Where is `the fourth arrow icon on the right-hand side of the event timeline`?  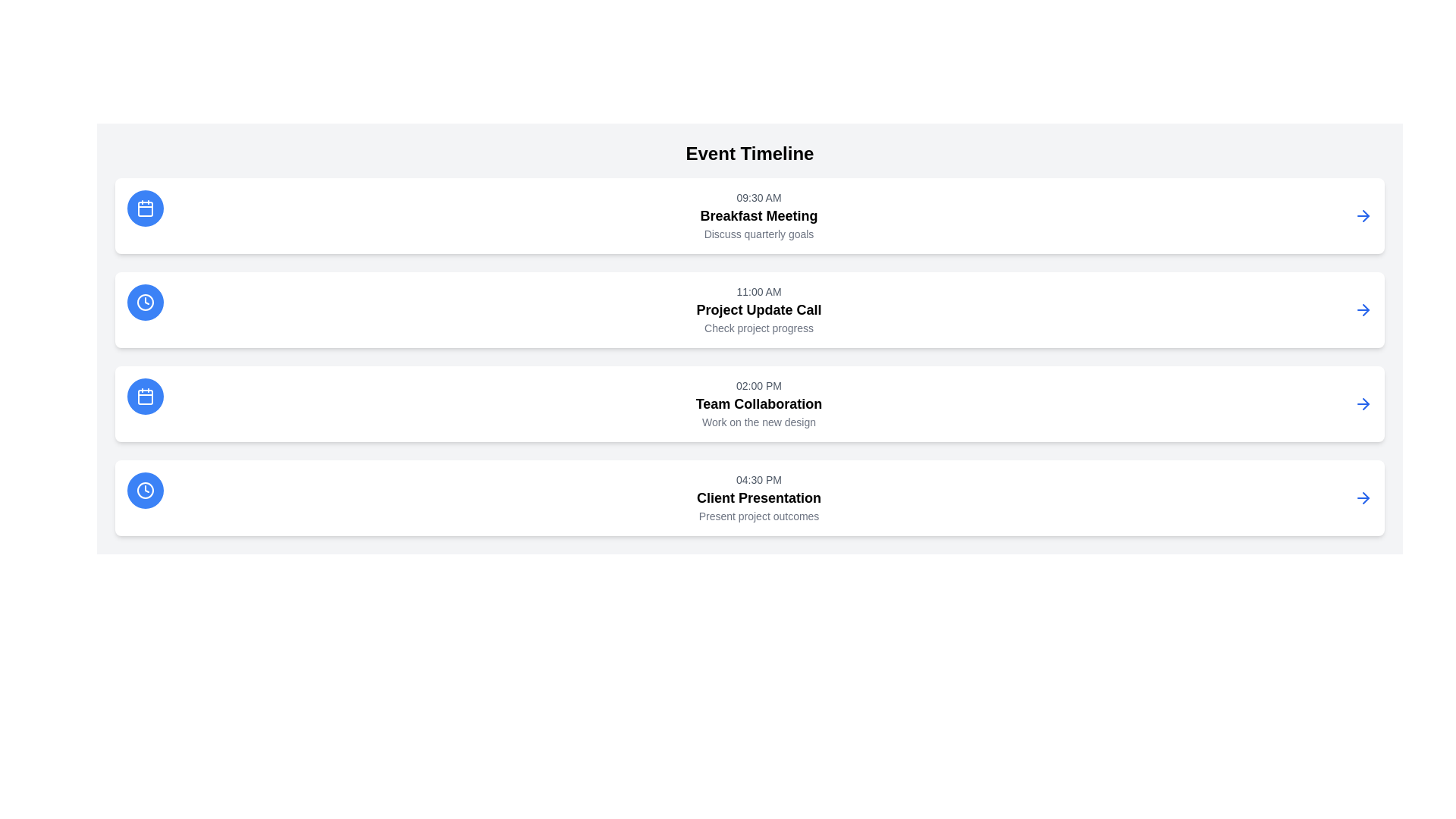
the fourth arrow icon on the right-hand side of the event timeline is located at coordinates (1363, 309).